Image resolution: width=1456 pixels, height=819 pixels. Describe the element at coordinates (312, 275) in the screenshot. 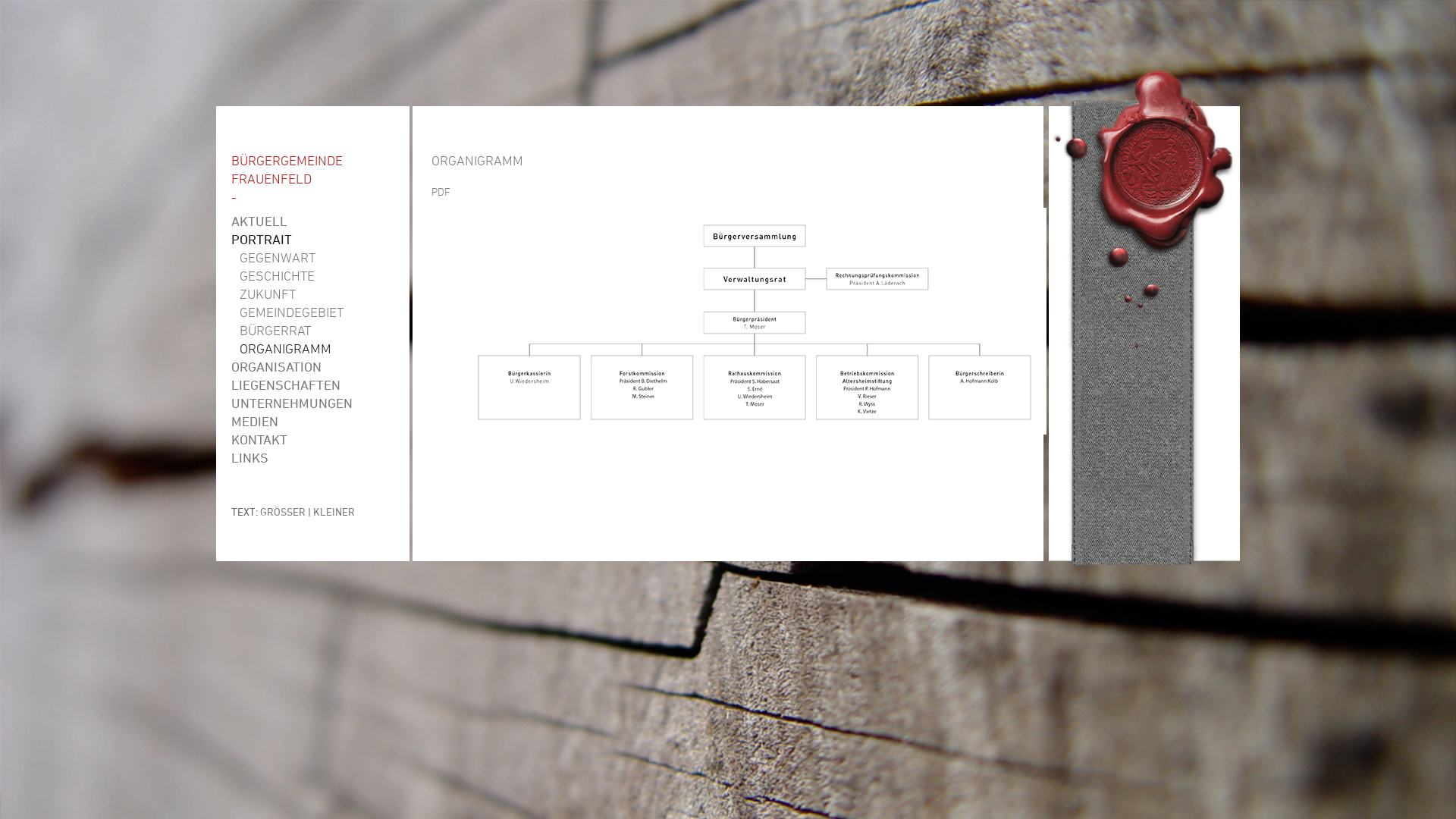

I see `'GESCHICHTE'` at that location.